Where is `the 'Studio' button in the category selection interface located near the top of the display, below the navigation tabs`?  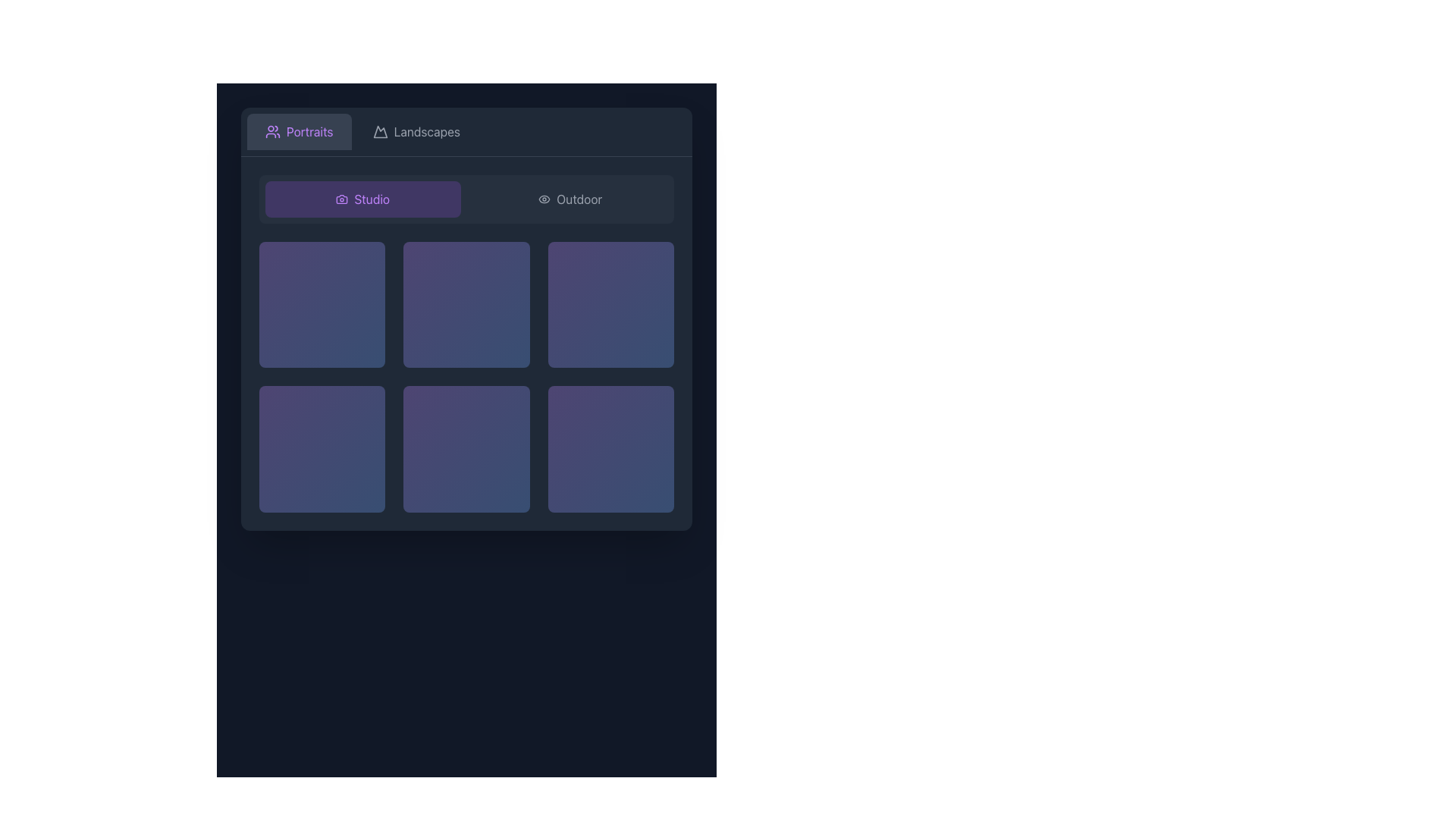
the 'Studio' button in the category selection interface located near the top of the display, below the navigation tabs is located at coordinates (466, 198).